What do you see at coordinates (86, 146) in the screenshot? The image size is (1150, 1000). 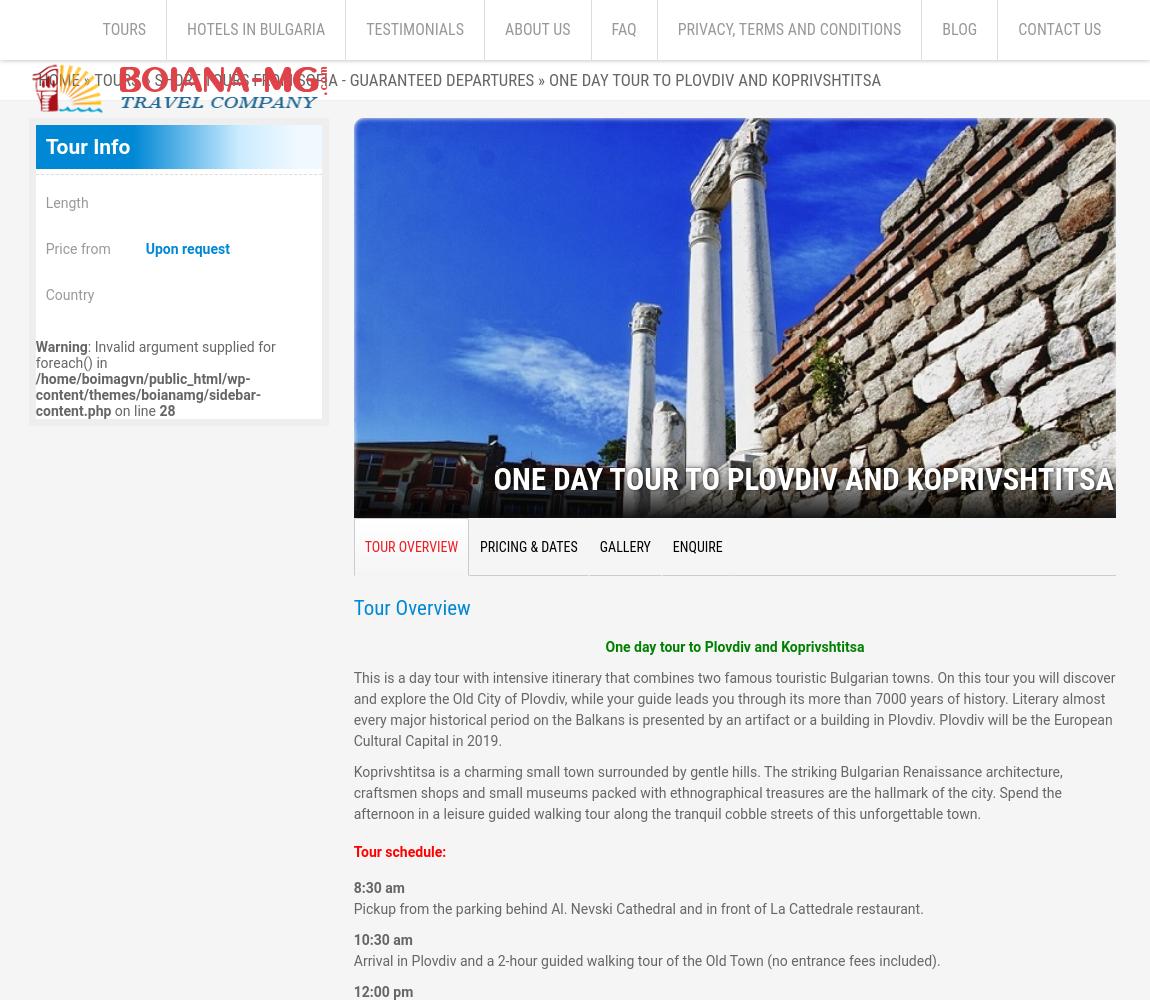 I see `'Tour Info'` at bounding box center [86, 146].